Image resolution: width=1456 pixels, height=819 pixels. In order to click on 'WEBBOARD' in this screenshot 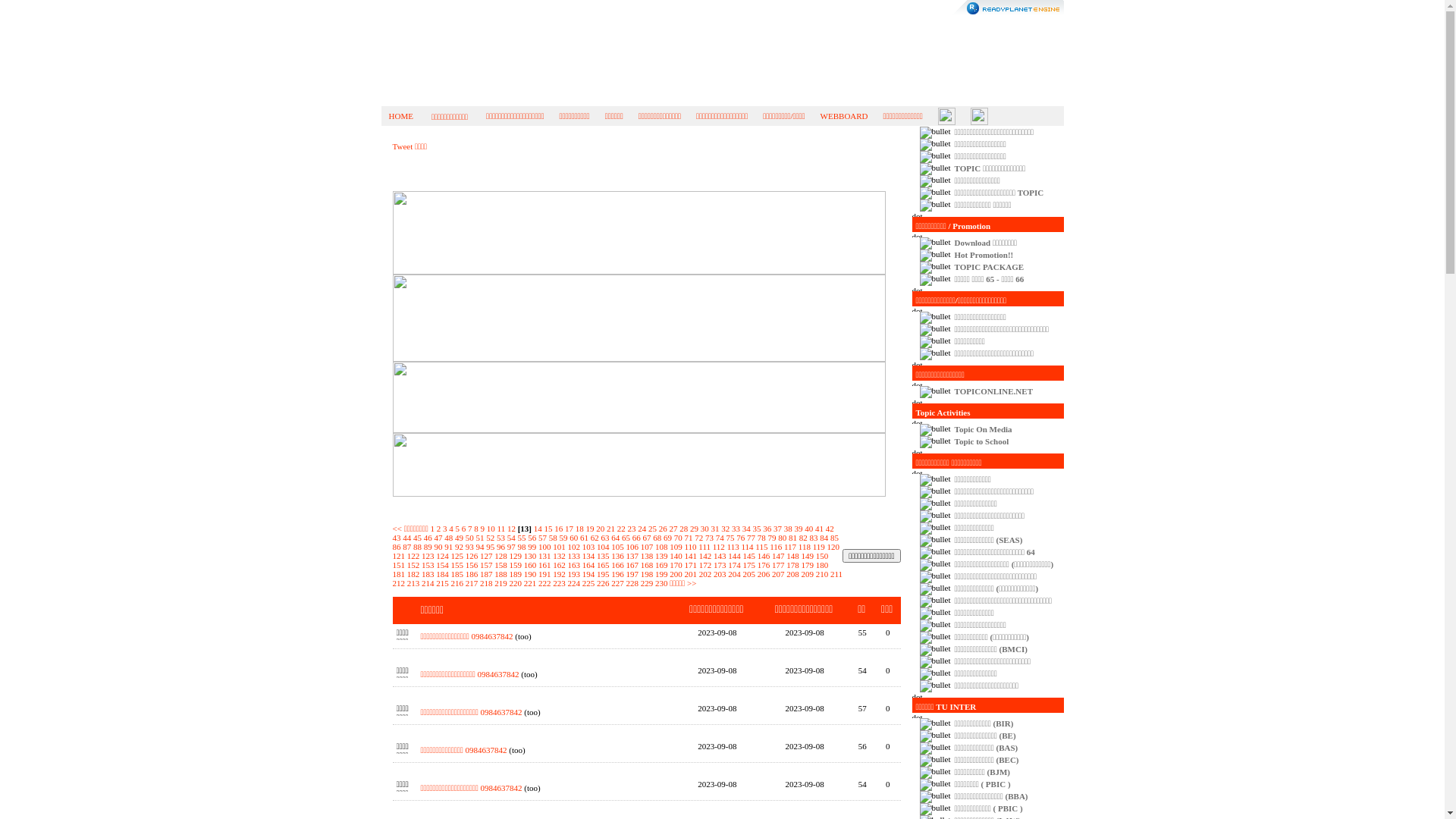, I will do `click(843, 115)`.